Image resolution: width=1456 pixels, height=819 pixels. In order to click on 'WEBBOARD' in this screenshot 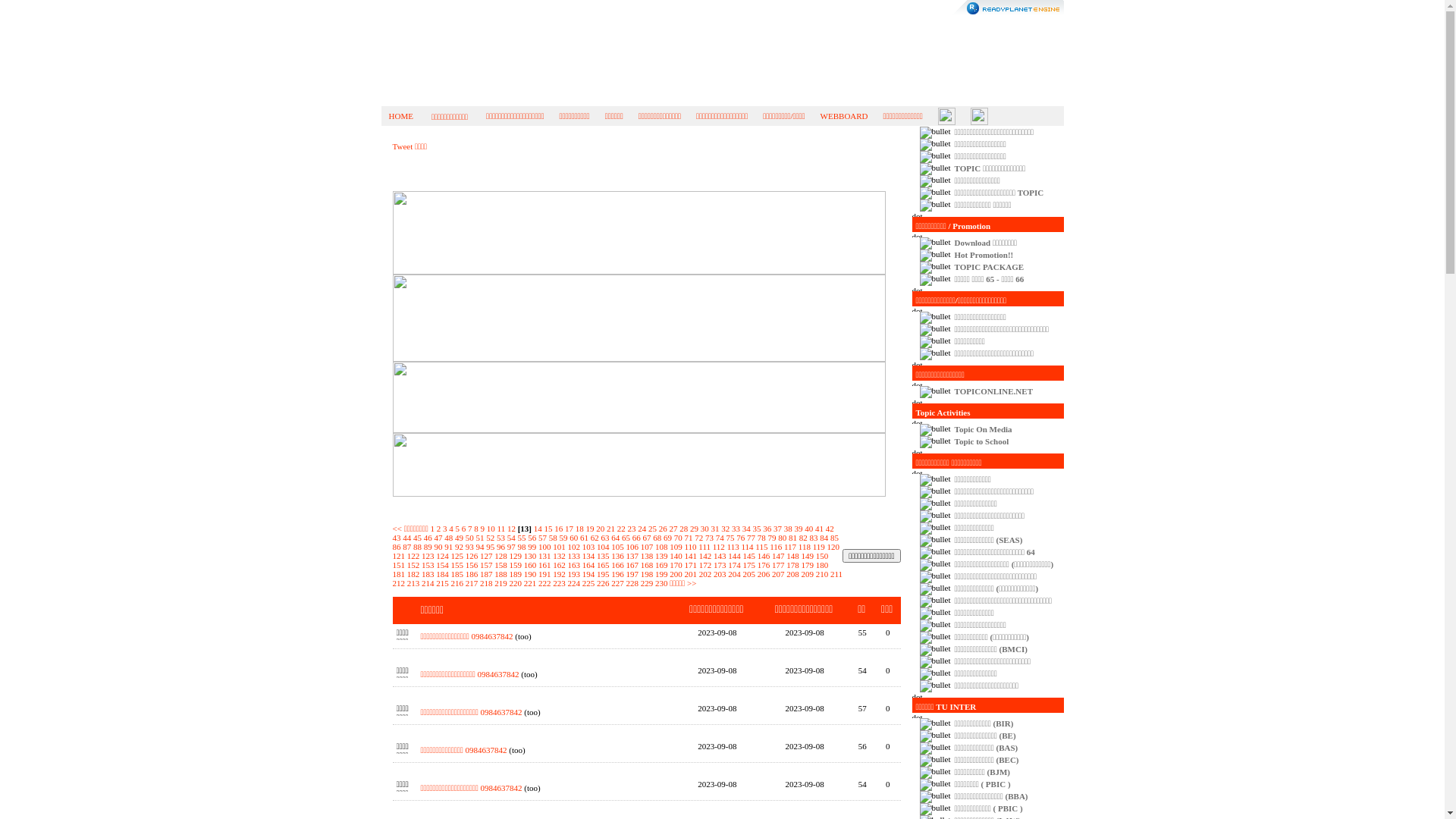, I will do `click(843, 115)`.